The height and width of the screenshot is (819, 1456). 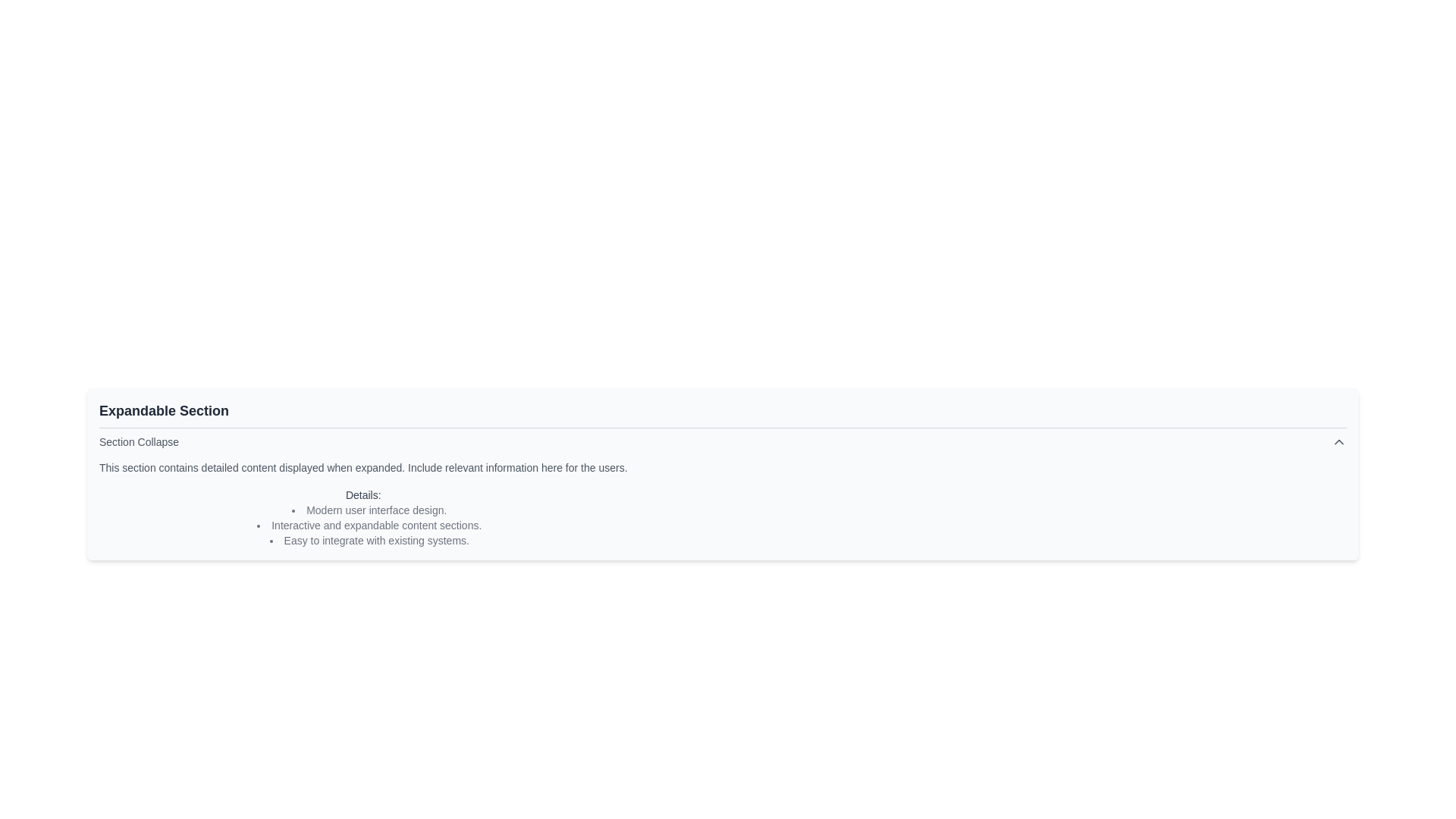 What do you see at coordinates (369, 524) in the screenshot?
I see `the second item in the bulleted list under the section titled 'Details', which describes features of the expandable section` at bounding box center [369, 524].